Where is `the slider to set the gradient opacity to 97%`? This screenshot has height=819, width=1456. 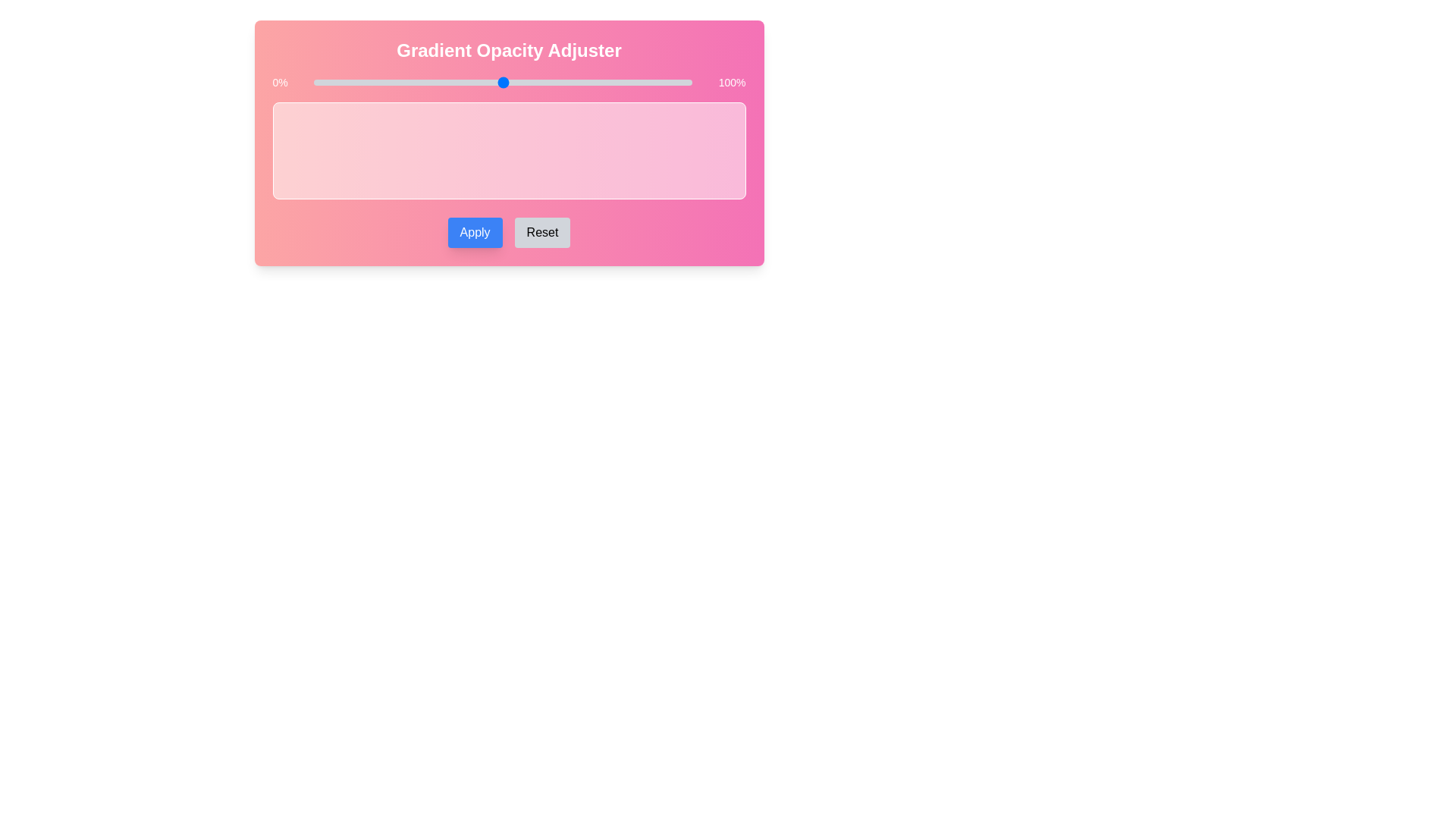
the slider to set the gradient opacity to 97% is located at coordinates (680, 82).